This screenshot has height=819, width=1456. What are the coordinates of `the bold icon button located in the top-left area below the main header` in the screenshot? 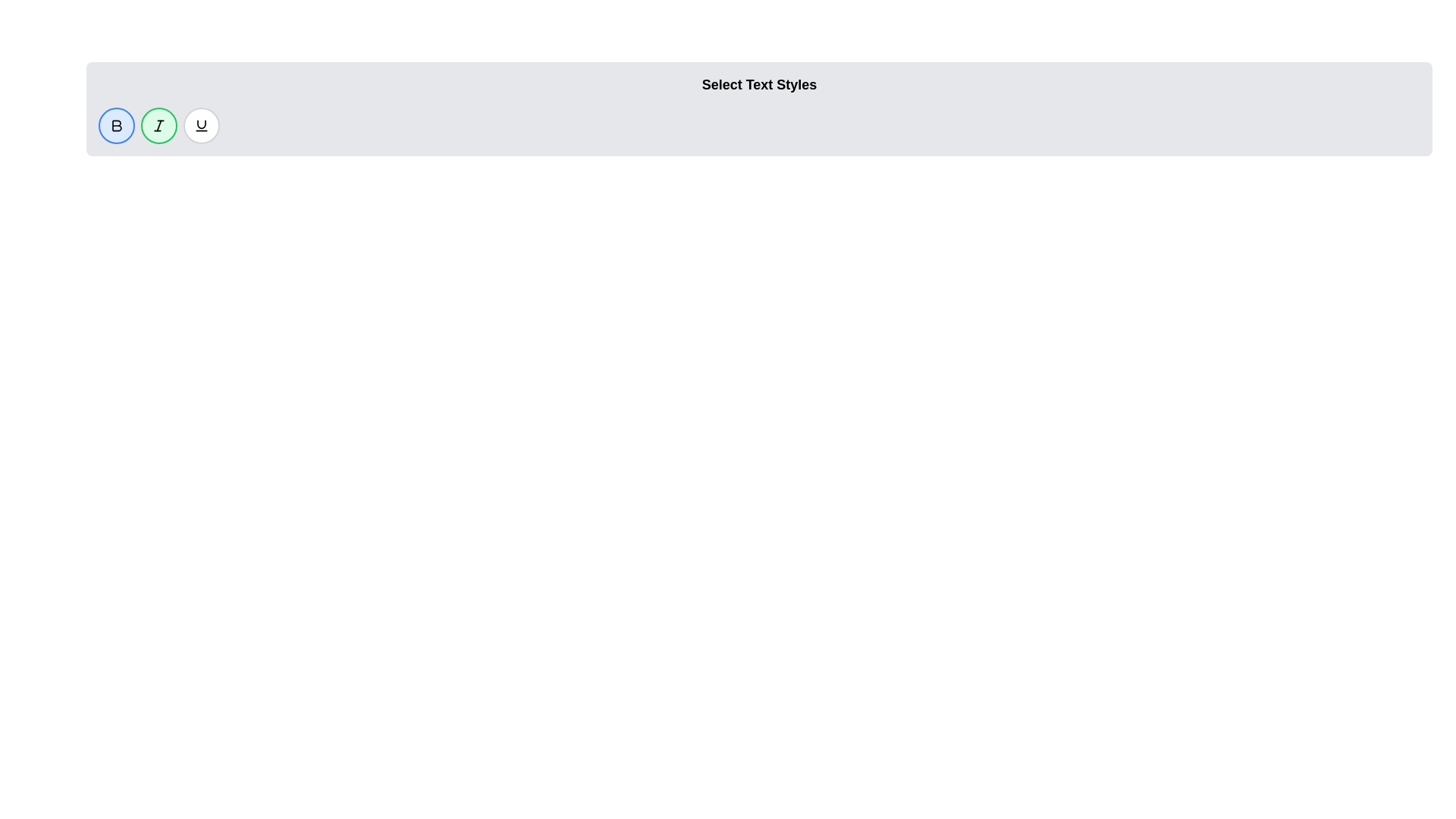 It's located at (115, 124).